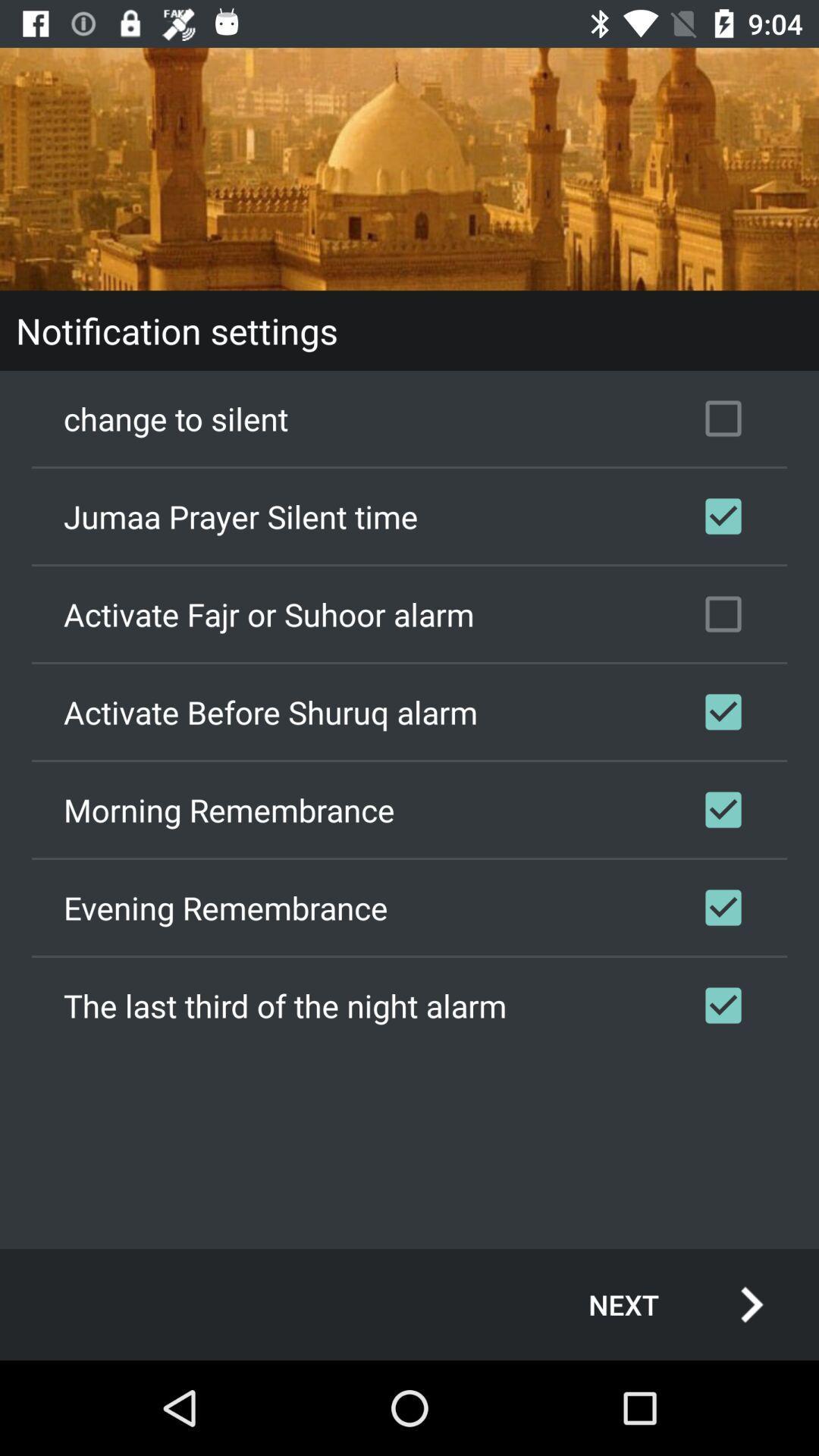 This screenshot has width=819, height=1456. I want to click on jumaa prayer silent checkbox, so click(409, 516).